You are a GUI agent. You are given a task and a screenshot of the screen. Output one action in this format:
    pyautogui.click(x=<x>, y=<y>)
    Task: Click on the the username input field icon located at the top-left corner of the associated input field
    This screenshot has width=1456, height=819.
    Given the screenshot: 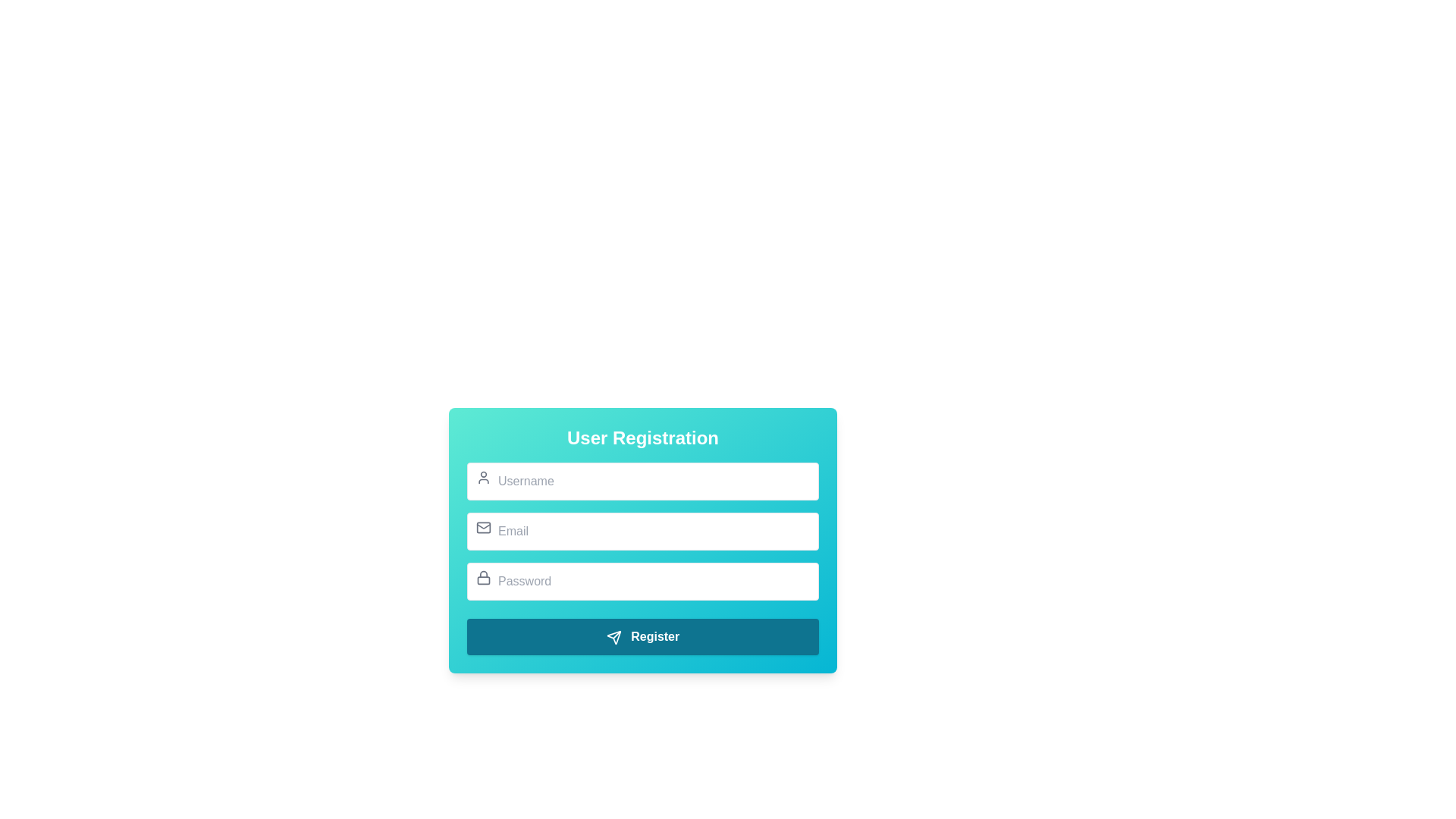 What is the action you would take?
    pyautogui.click(x=483, y=476)
    